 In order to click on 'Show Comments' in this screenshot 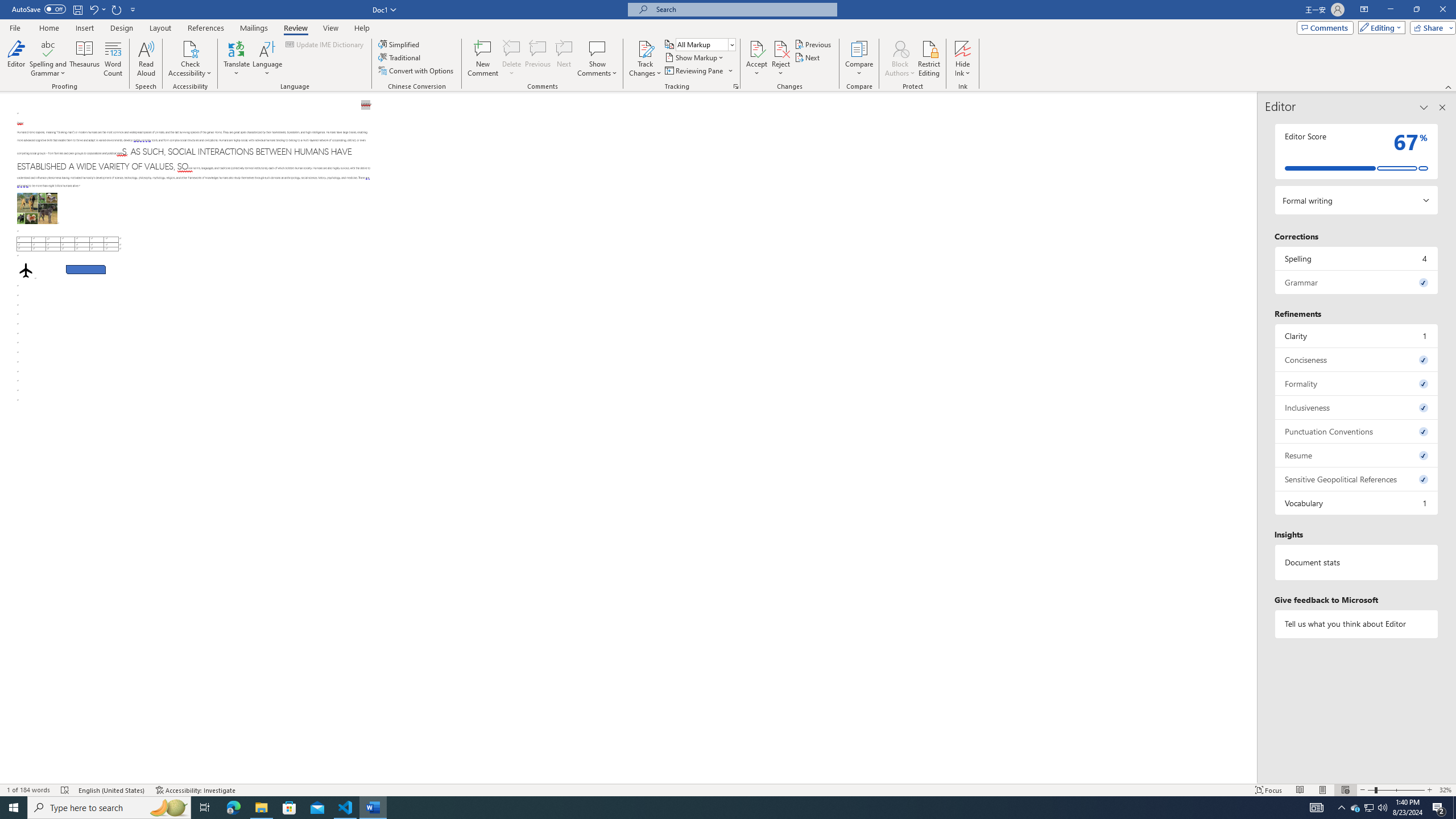, I will do `click(597, 59)`.